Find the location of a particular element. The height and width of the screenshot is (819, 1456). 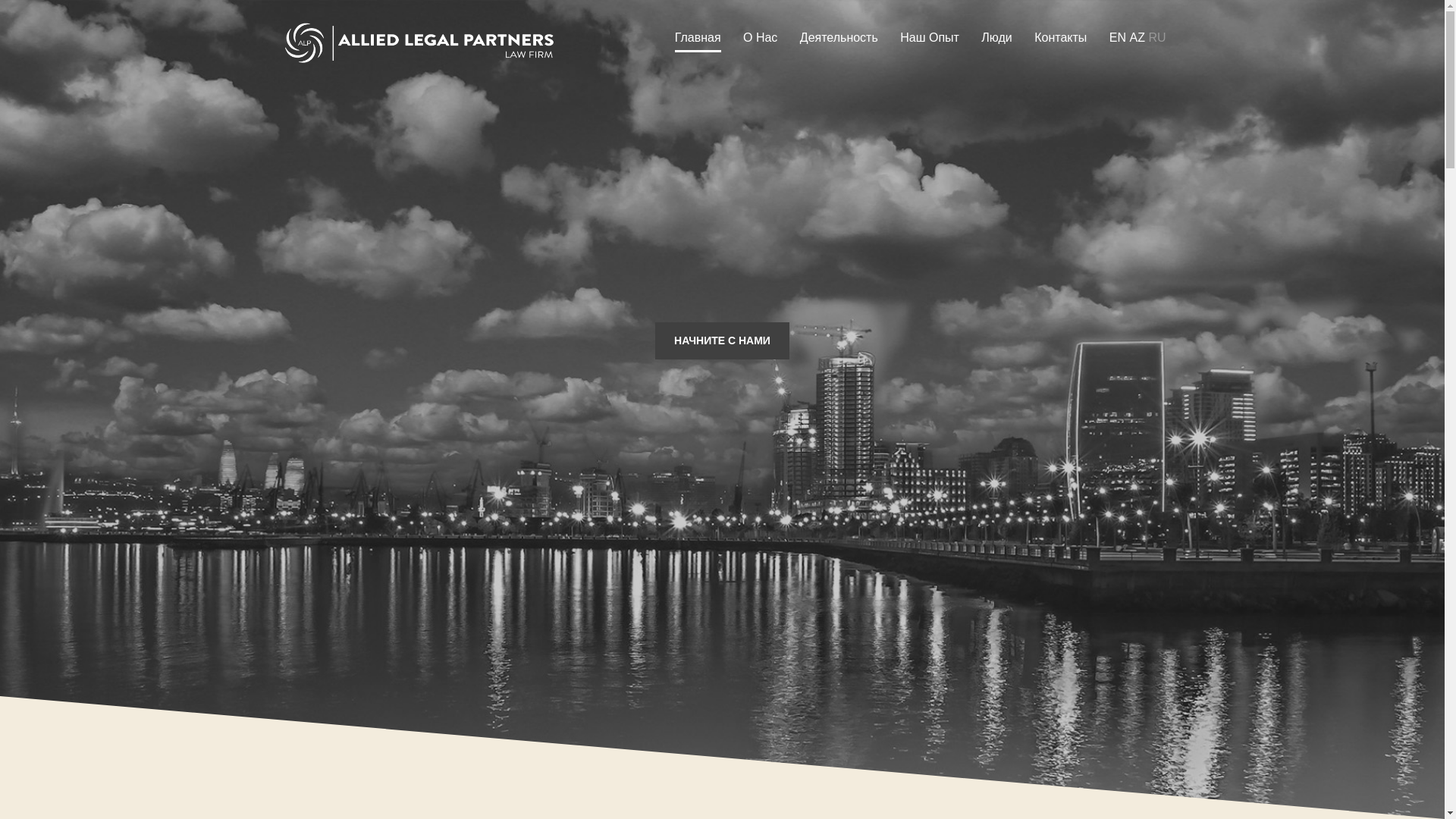

'EN' is located at coordinates (1117, 37).